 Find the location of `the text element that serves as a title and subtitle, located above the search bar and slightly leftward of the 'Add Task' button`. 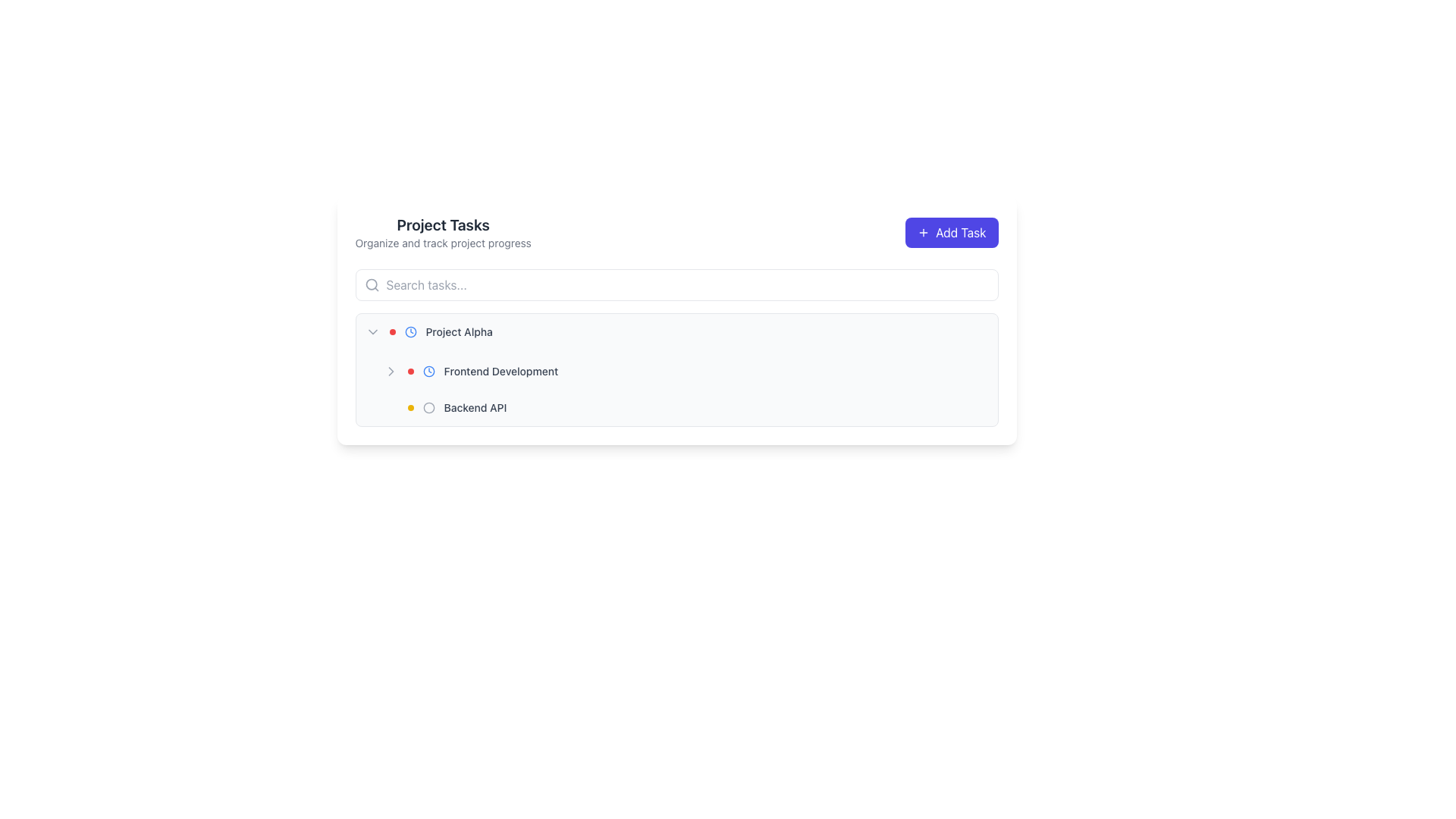

the text element that serves as a title and subtitle, located above the search bar and slightly leftward of the 'Add Task' button is located at coordinates (442, 233).